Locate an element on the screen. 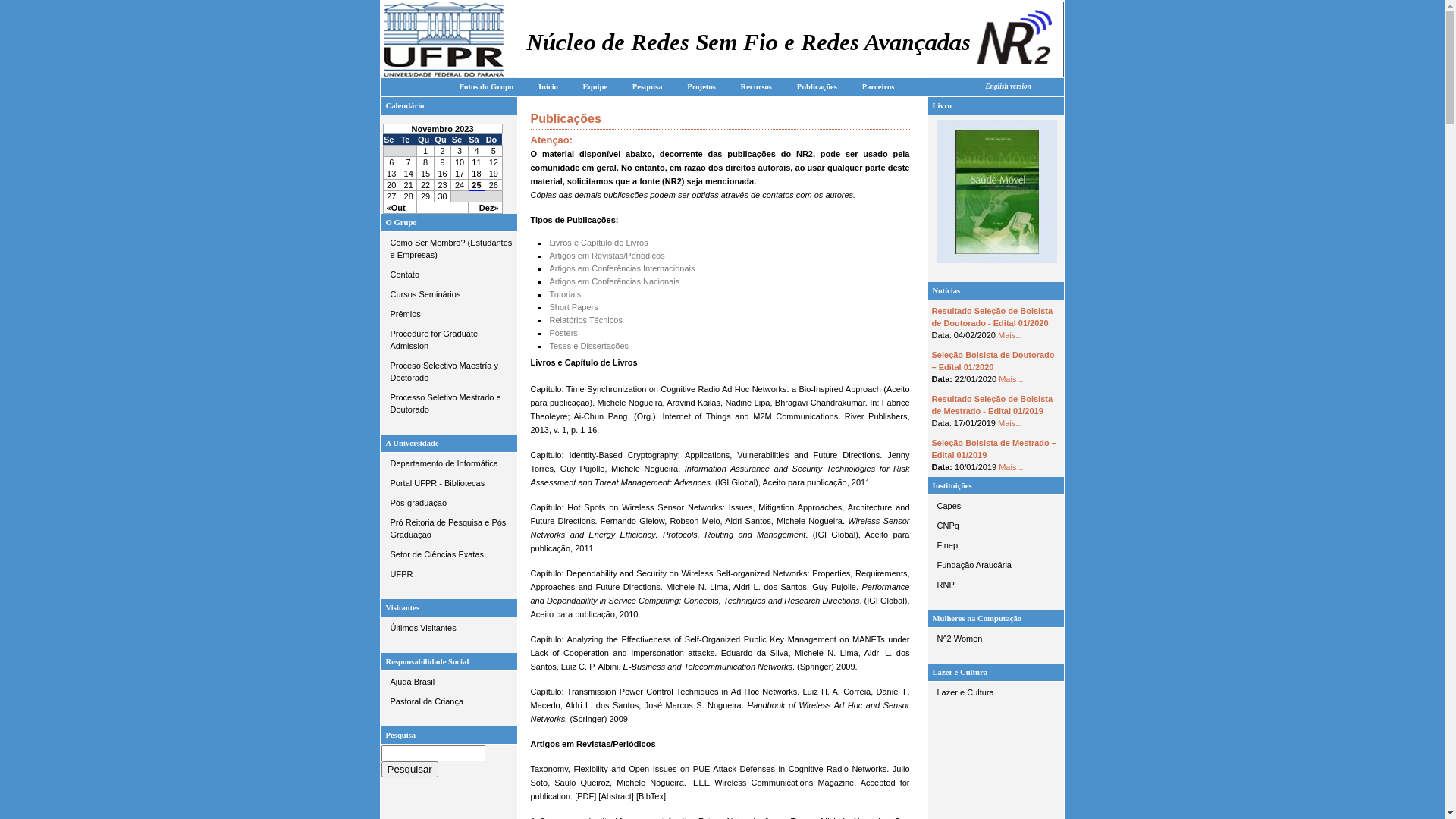 The width and height of the screenshot is (1456, 819). 'UFPR' is located at coordinates (447, 573).